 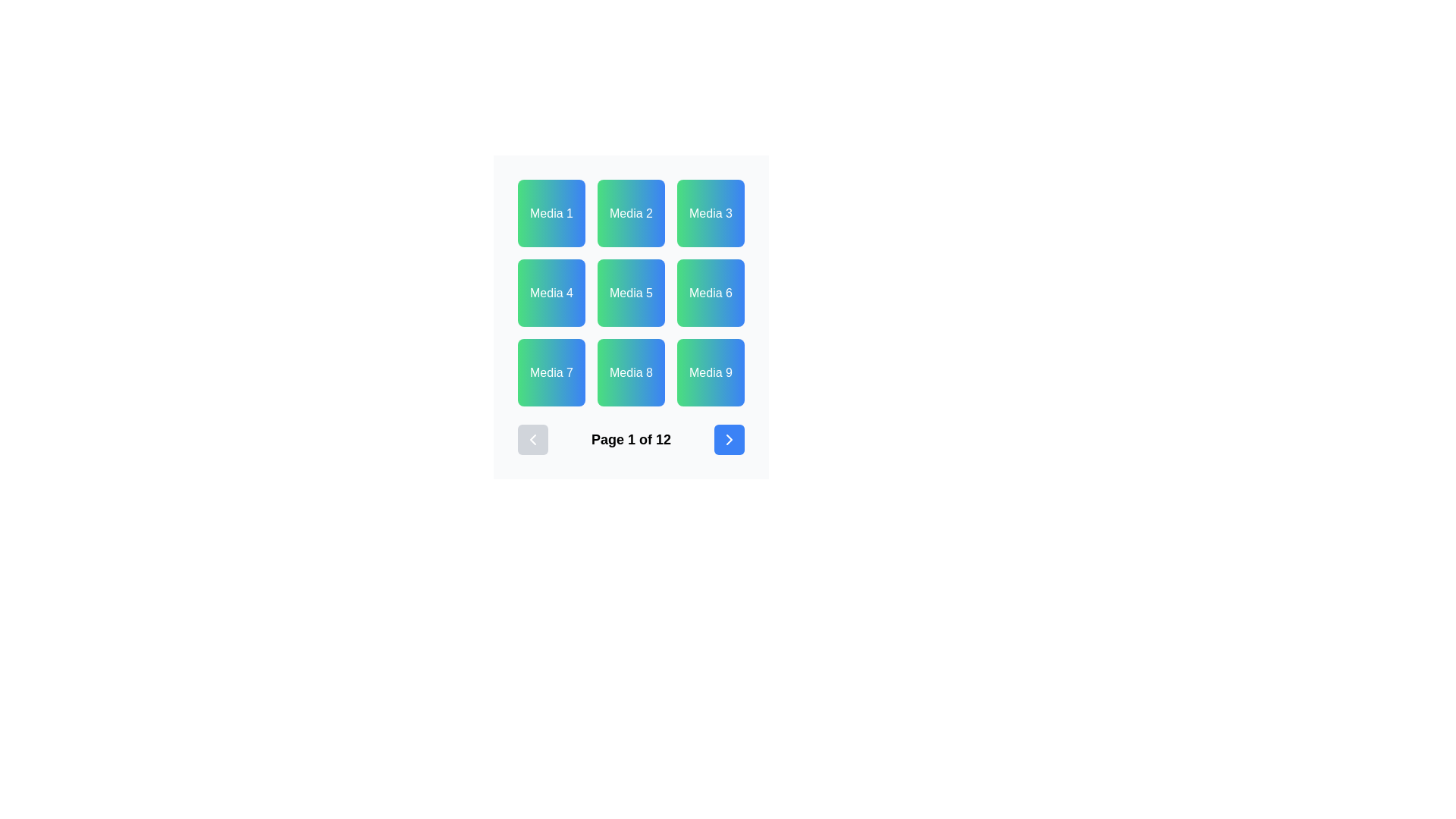 I want to click on the chevron icon in the button located in the bottom right corner of the interface, so click(x=729, y=439).